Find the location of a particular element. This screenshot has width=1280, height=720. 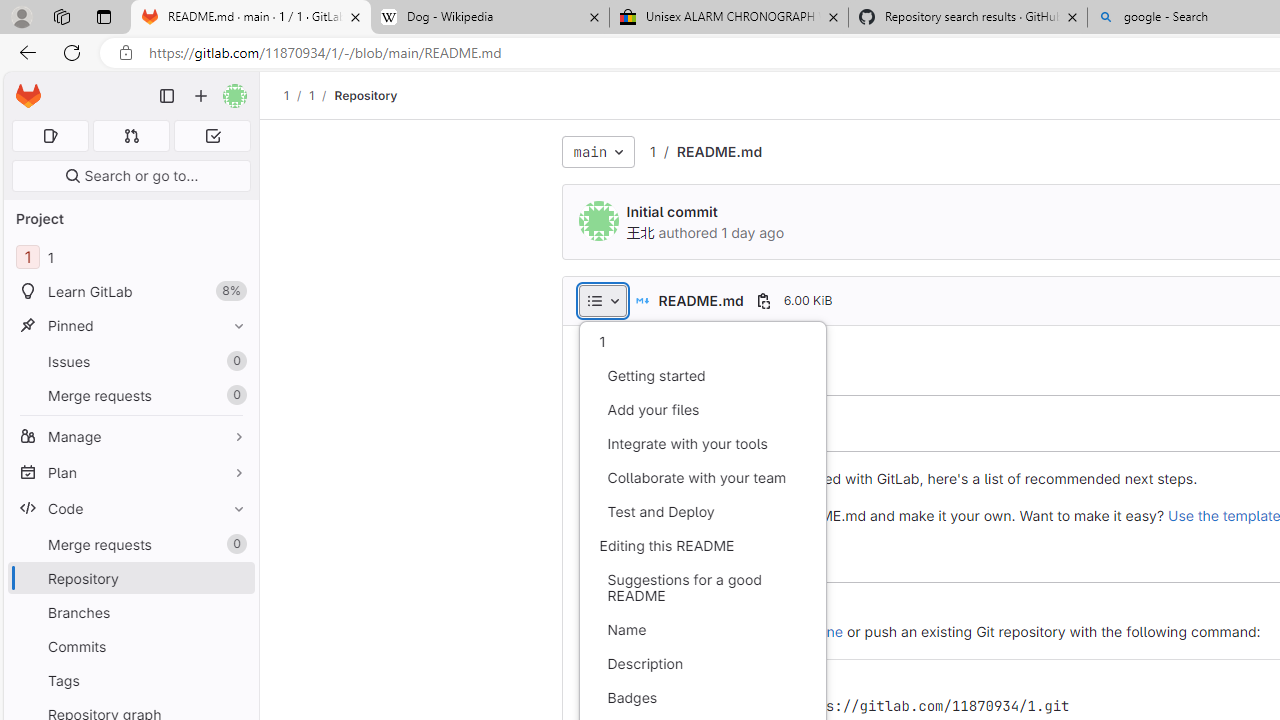

'Primary navigation sidebar' is located at coordinates (167, 96).